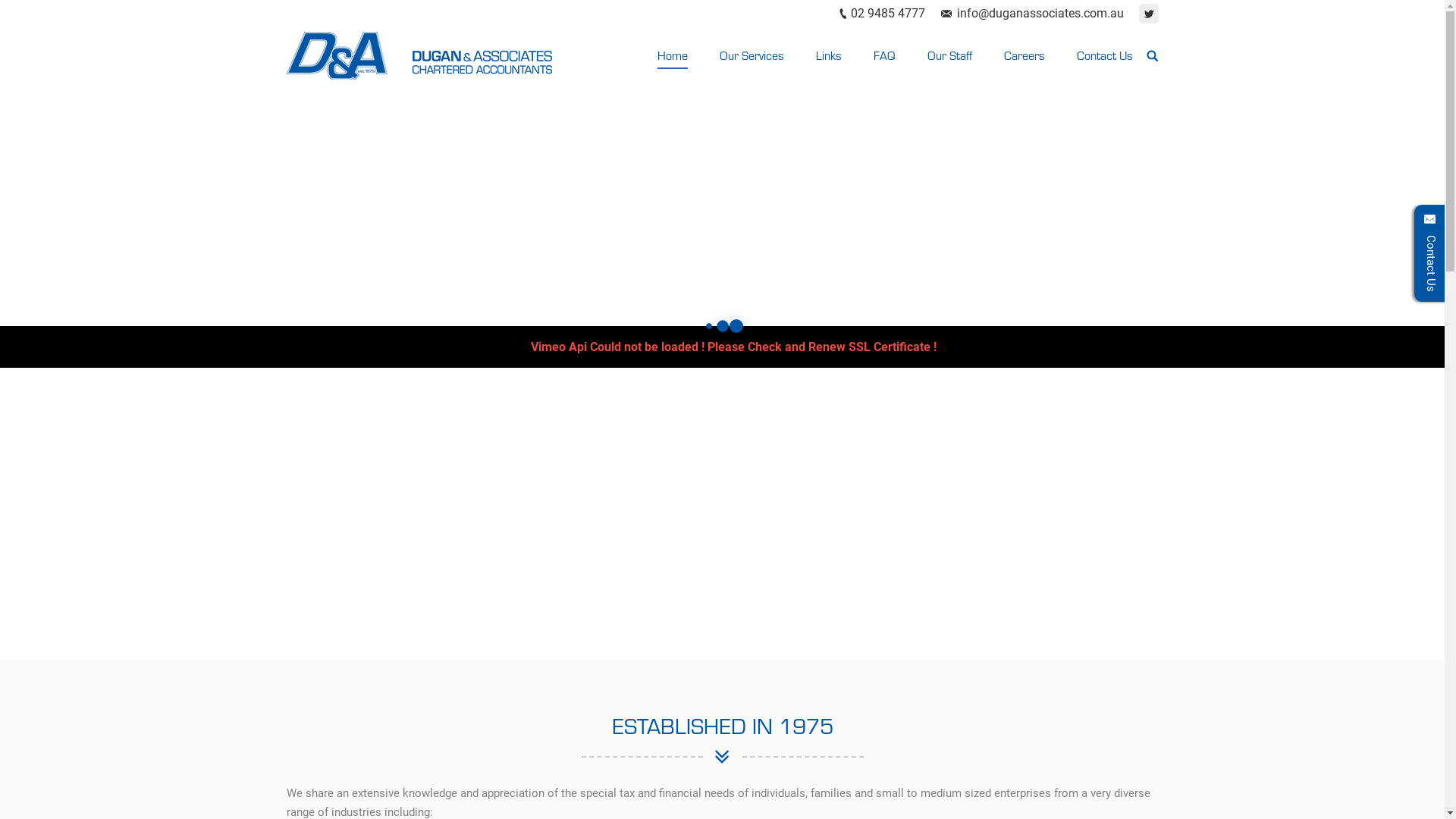 The height and width of the screenshot is (819, 1456). Describe the element at coordinates (829, 55) in the screenshot. I see `'Links'` at that location.